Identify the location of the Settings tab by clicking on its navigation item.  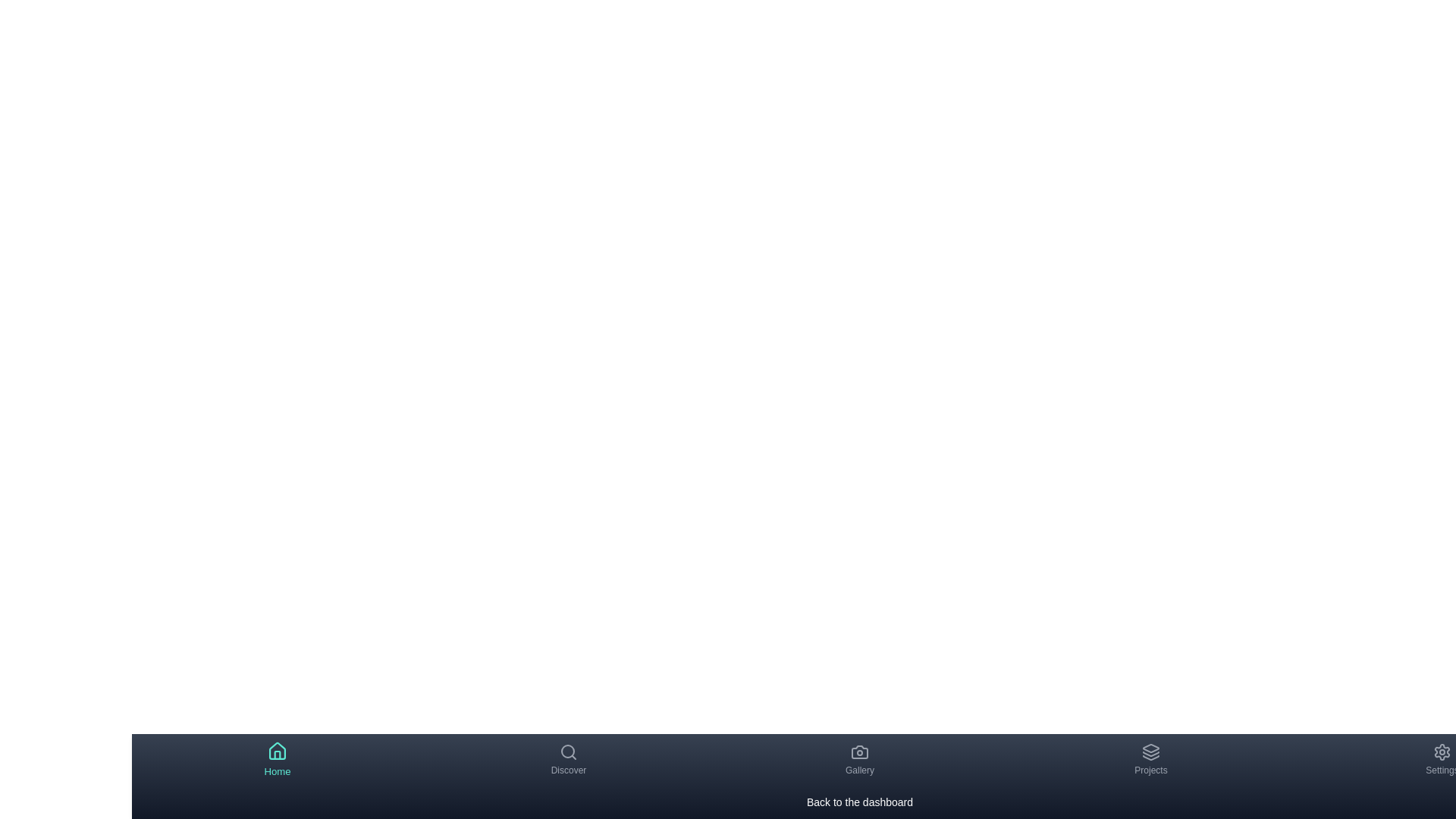
(1441, 760).